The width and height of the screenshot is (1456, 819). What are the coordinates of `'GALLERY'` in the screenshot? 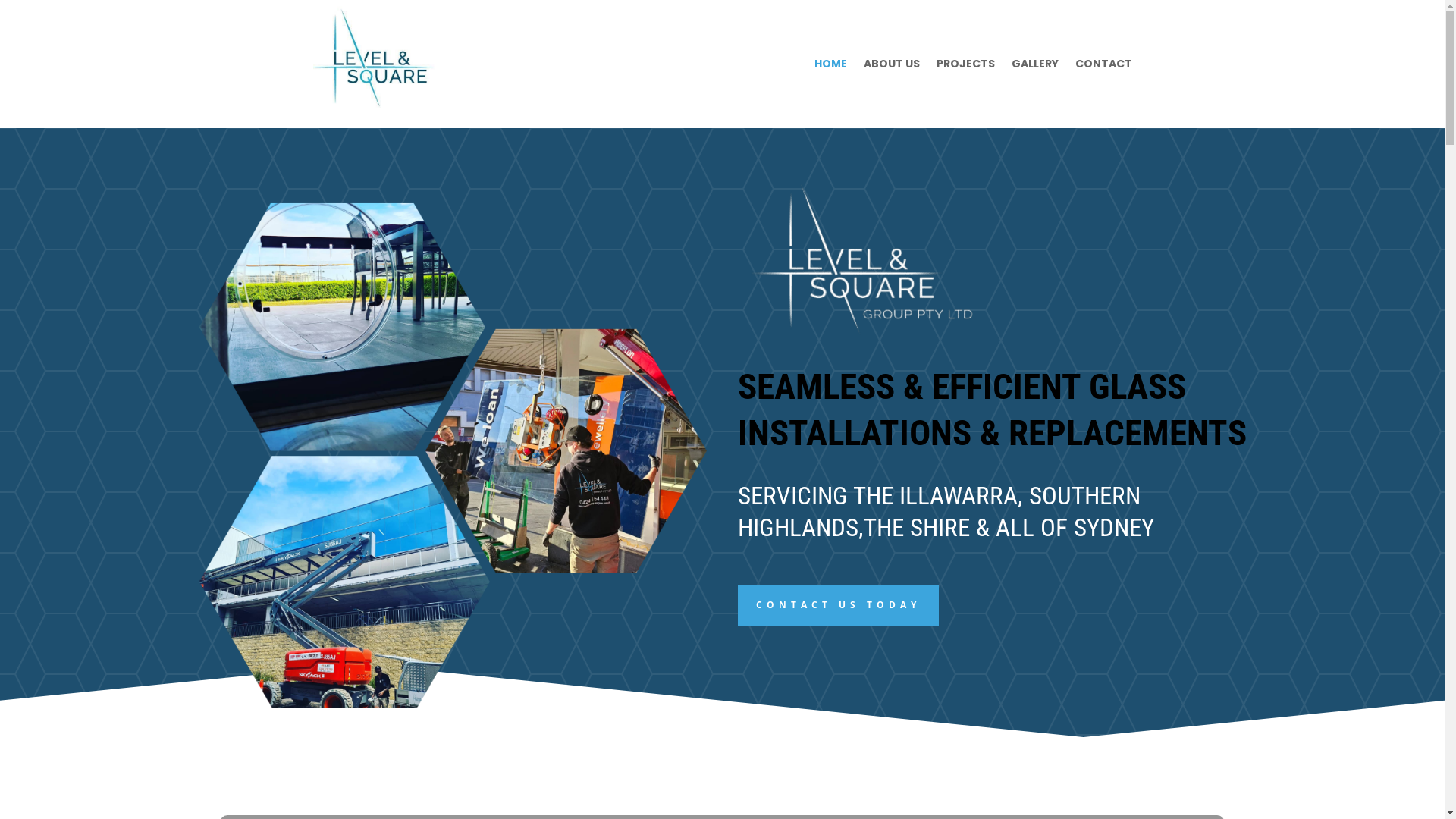 It's located at (1012, 63).